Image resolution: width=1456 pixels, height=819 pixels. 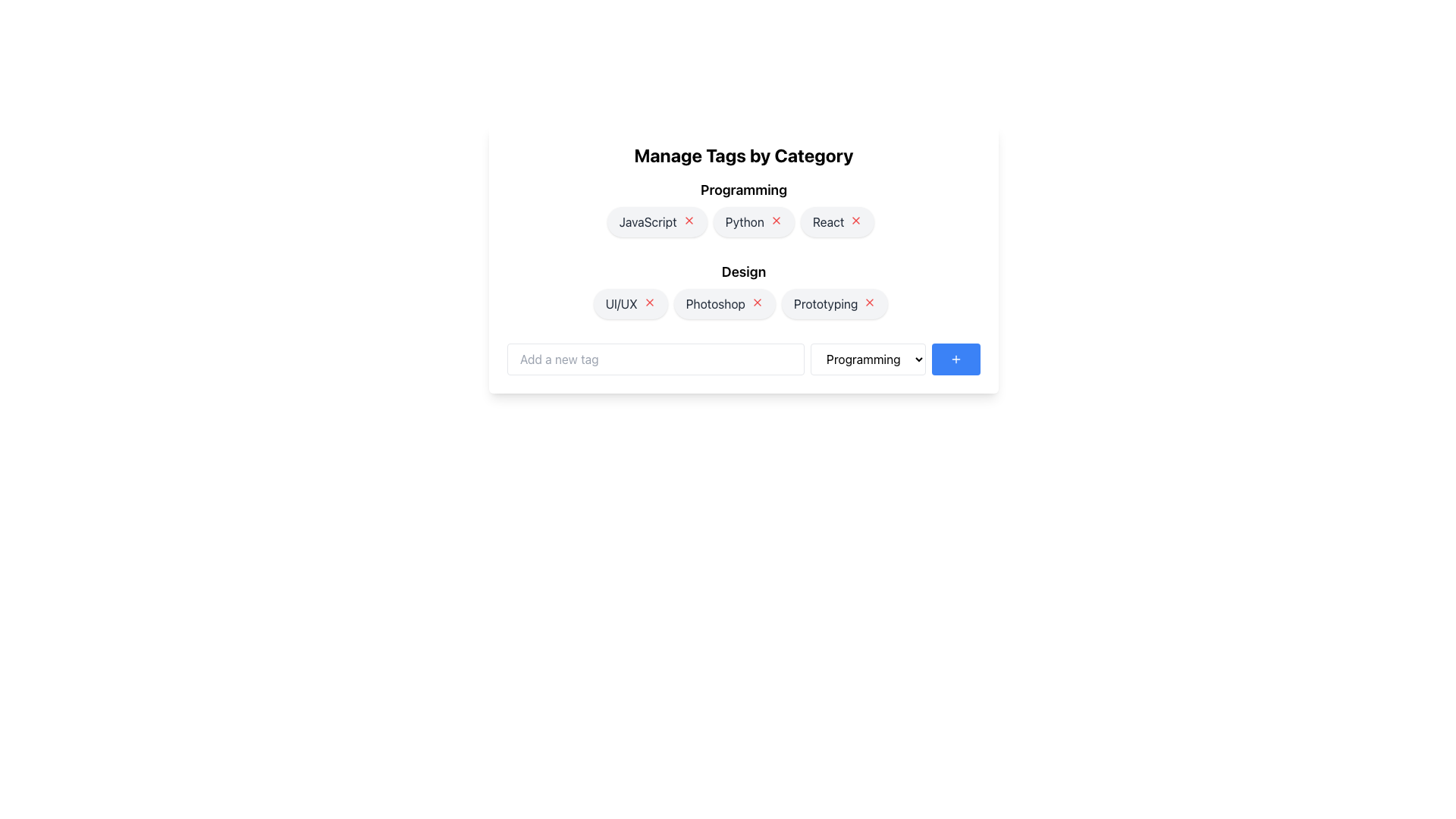 What do you see at coordinates (868, 359) in the screenshot?
I see `the 'Programming' dropdown button, which is a rectangular button with rounded corners containing the text 'Programming' and a downward-pointing arrow icon` at bounding box center [868, 359].